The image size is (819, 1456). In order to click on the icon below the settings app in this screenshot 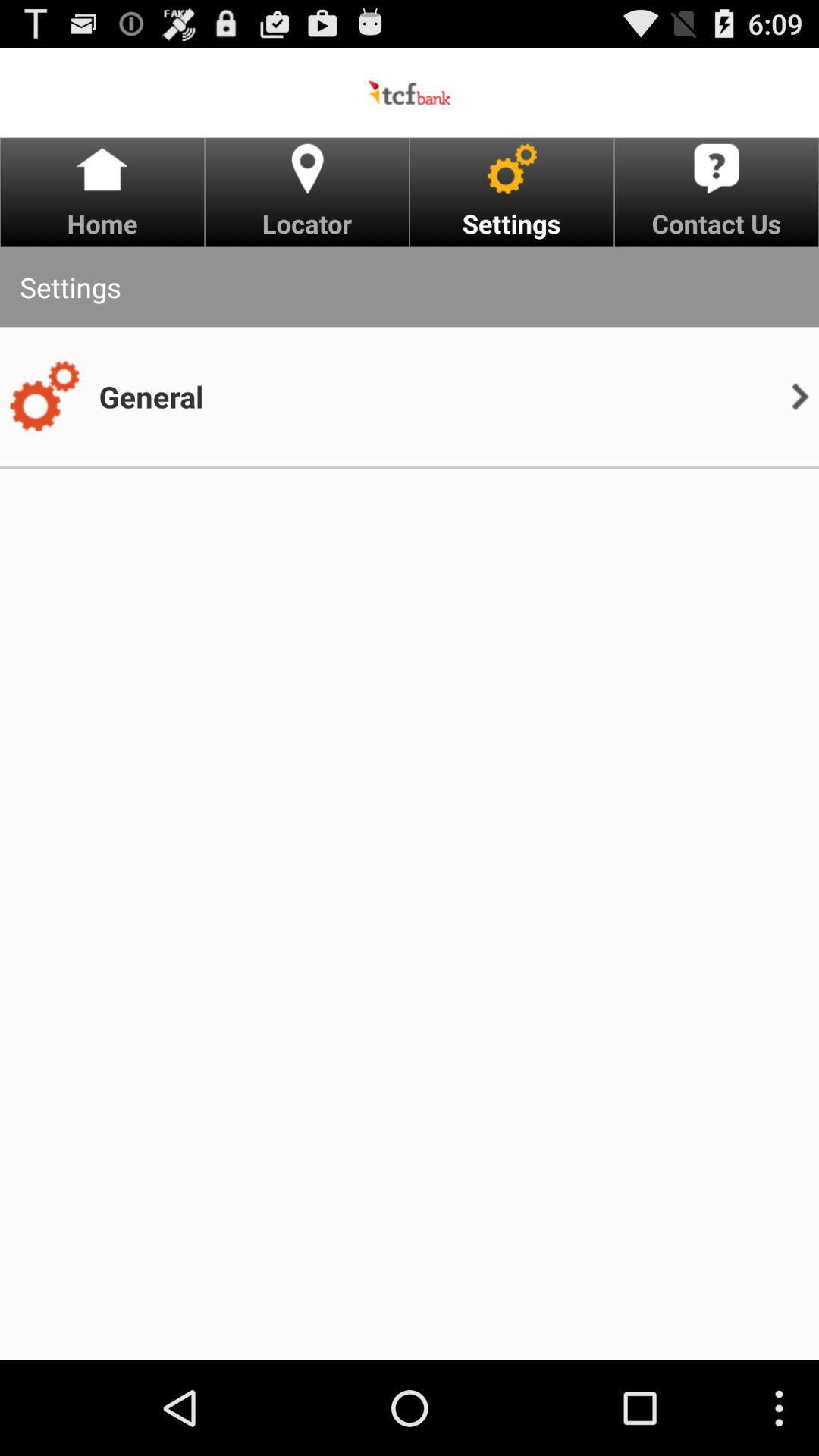, I will do `click(43, 397)`.